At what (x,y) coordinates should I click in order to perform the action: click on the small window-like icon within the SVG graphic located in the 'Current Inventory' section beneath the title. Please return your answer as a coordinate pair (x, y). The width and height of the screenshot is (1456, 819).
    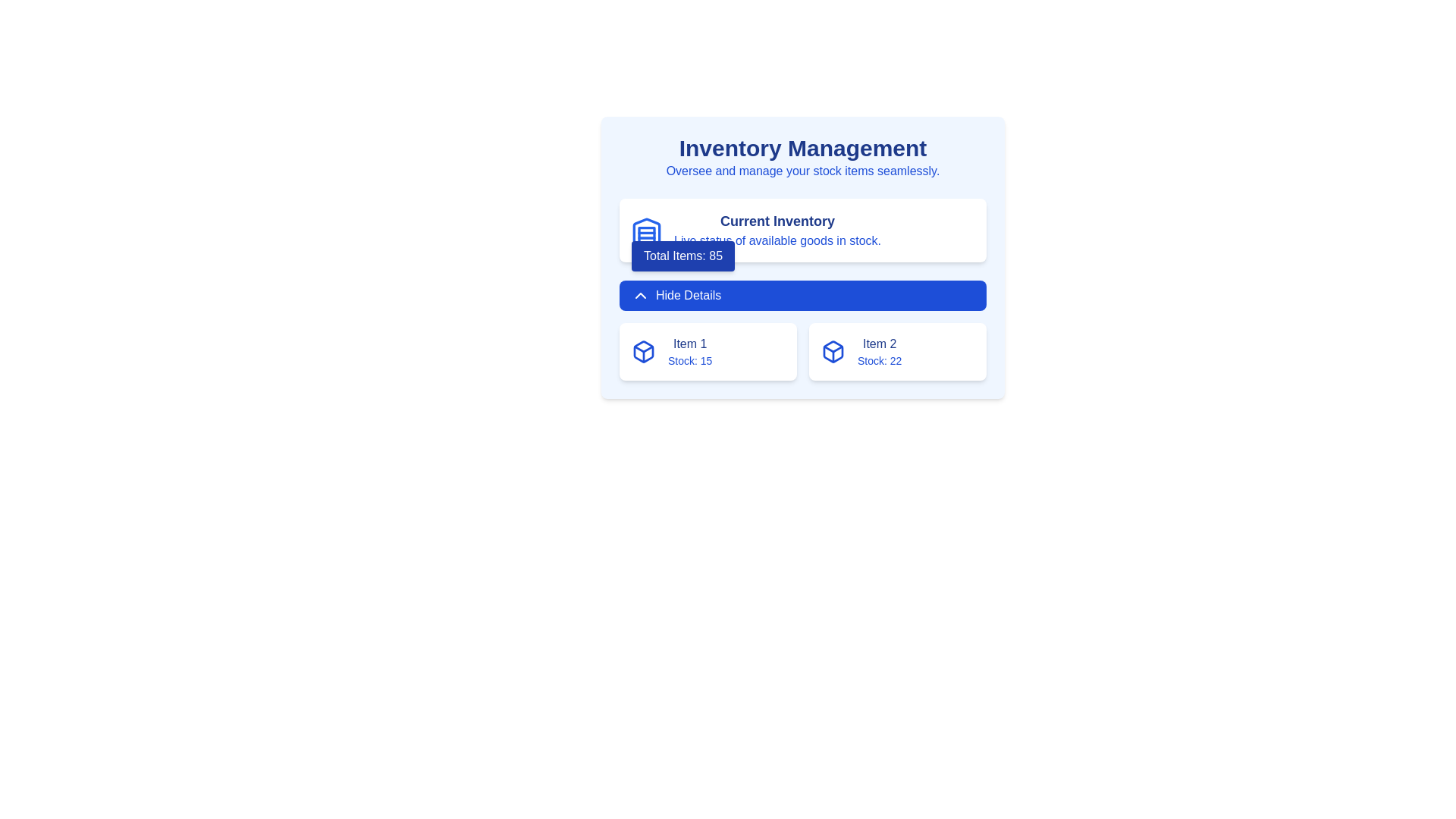
    Looking at the image, I should click on (647, 234).